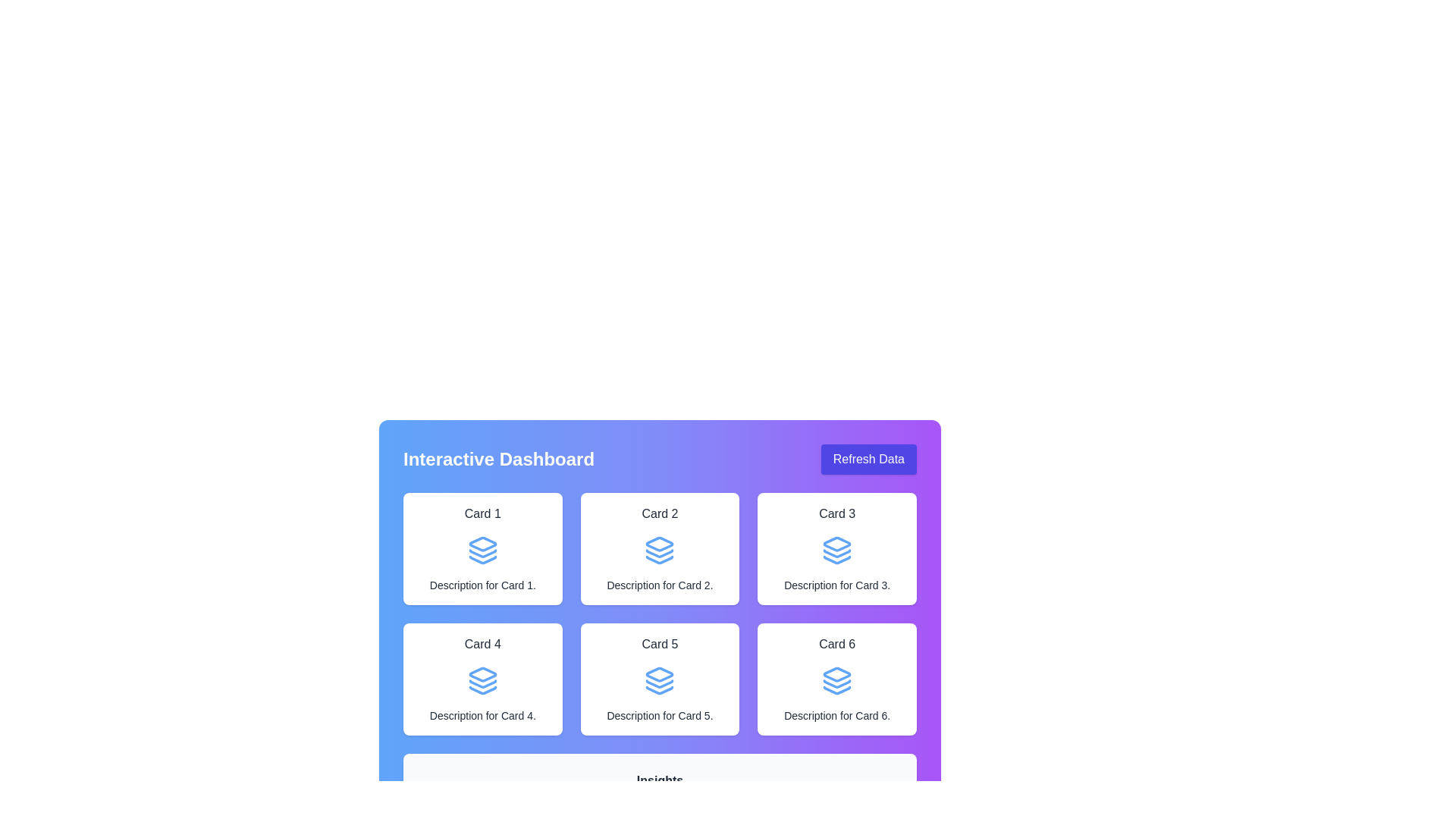  Describe the element at coordinates (836, 678) in the screenshot. I see `details of the Card component labeled 'Card 6' located in the bottom-right corner of the grid` at that location.